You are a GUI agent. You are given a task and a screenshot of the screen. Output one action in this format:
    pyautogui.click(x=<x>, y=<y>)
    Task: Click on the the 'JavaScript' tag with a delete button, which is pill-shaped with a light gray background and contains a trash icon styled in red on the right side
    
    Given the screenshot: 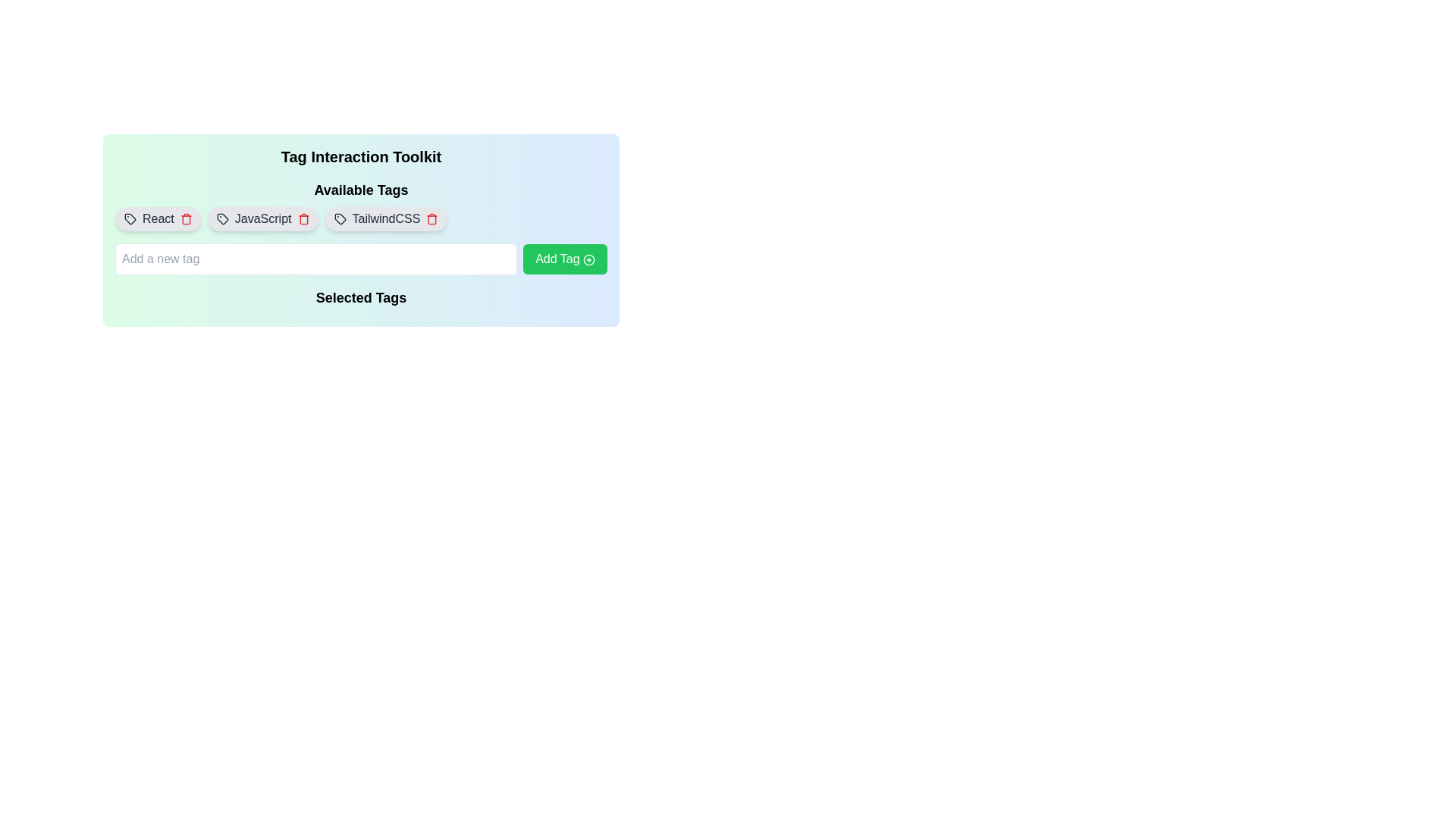 What is the action you would take?
    pyautogui.click(x=263, y=219)
    